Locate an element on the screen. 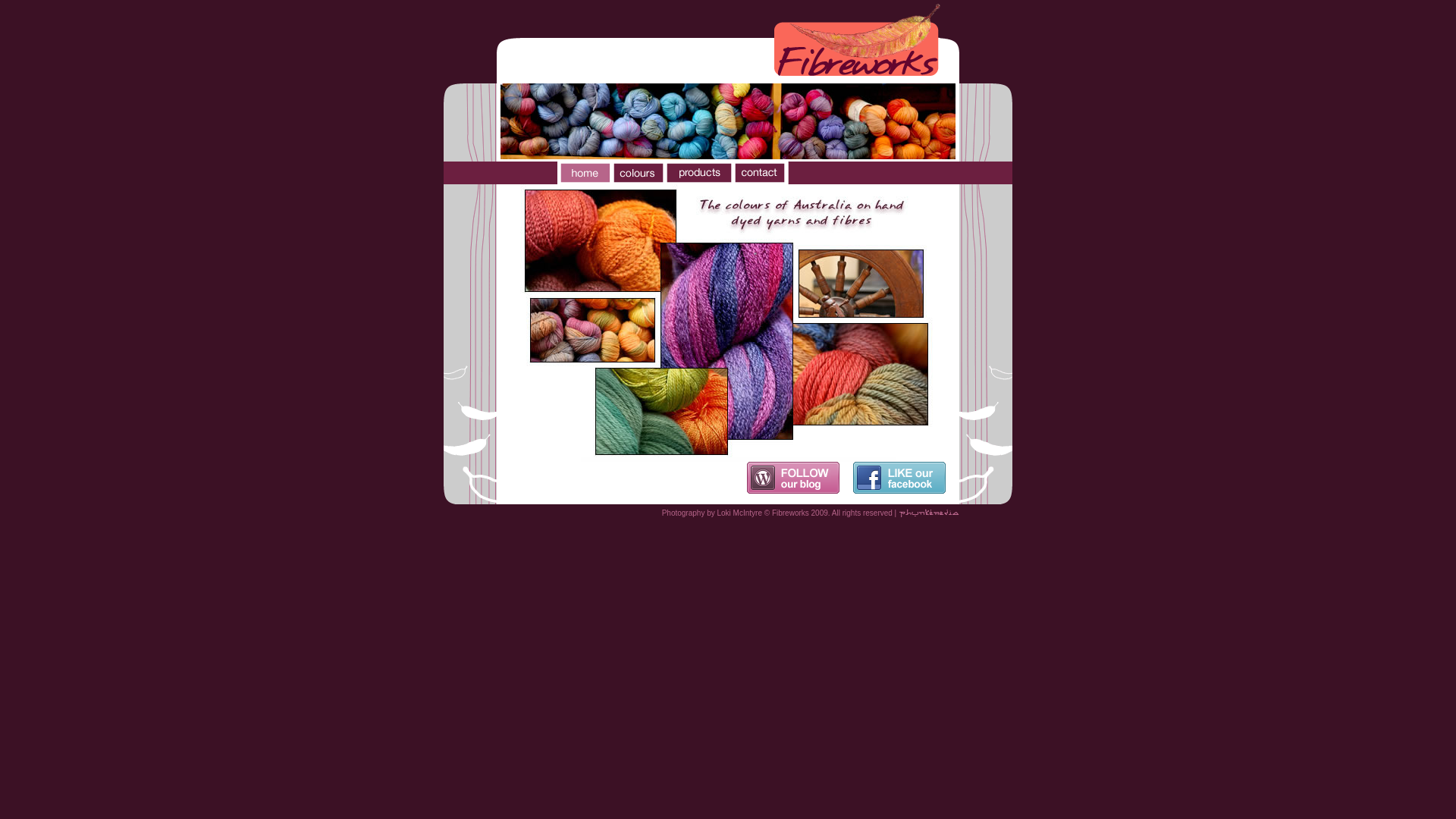 This screenshot has height=819, width=1456. 'Fibreworks products' is located at coordinates (663, 171).